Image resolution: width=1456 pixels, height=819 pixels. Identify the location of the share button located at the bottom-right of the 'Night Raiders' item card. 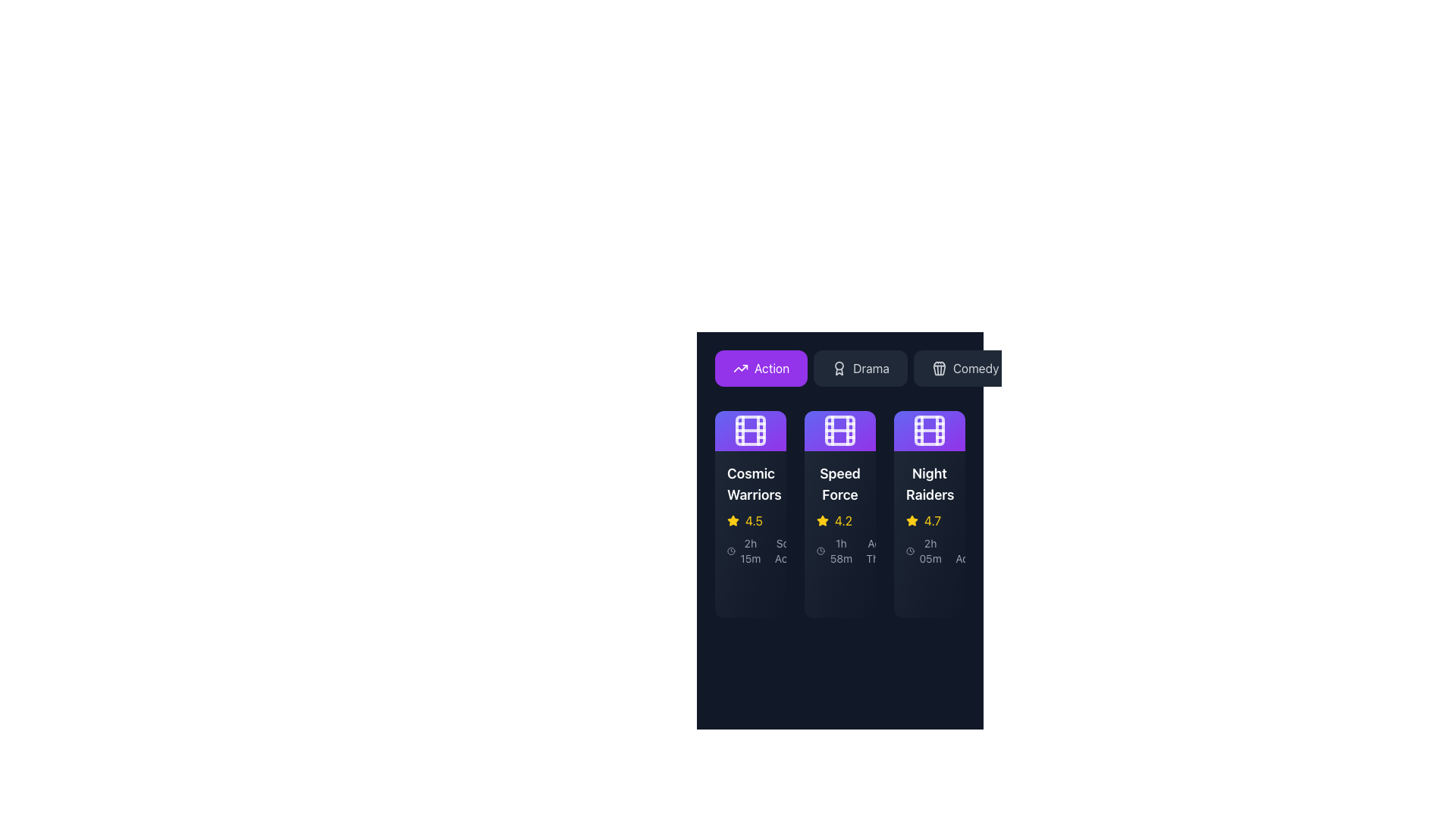
(928, 589).